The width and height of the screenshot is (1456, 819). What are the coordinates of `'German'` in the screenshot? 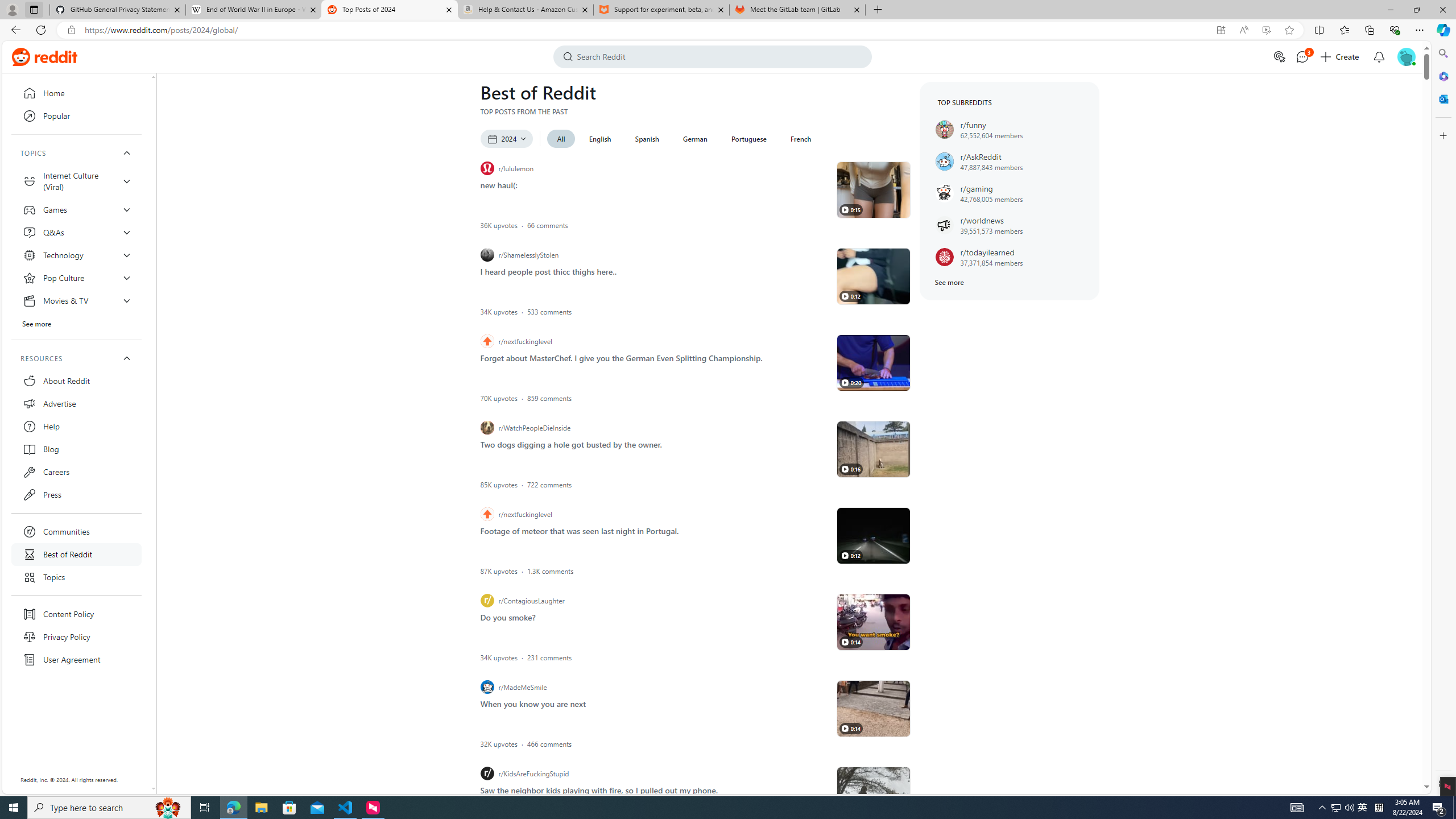 It's located at (695, 139).